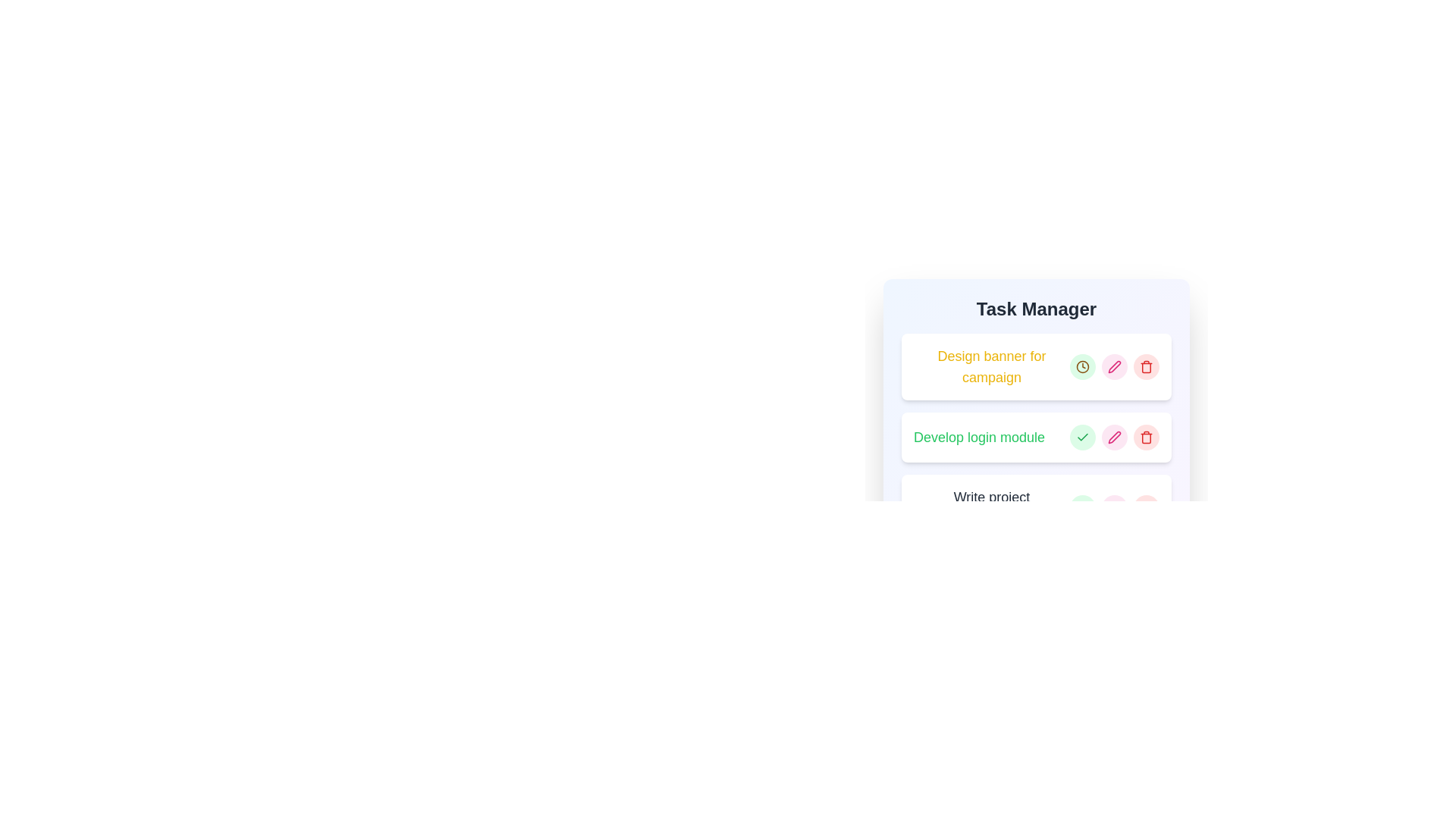 The width and height of the screenshot is (1456, 819). Describe the element at coordinates (1147, 438) in the screenshot. I see `the right-most deletion button in the action row of the second task in the task management interface` at that location.